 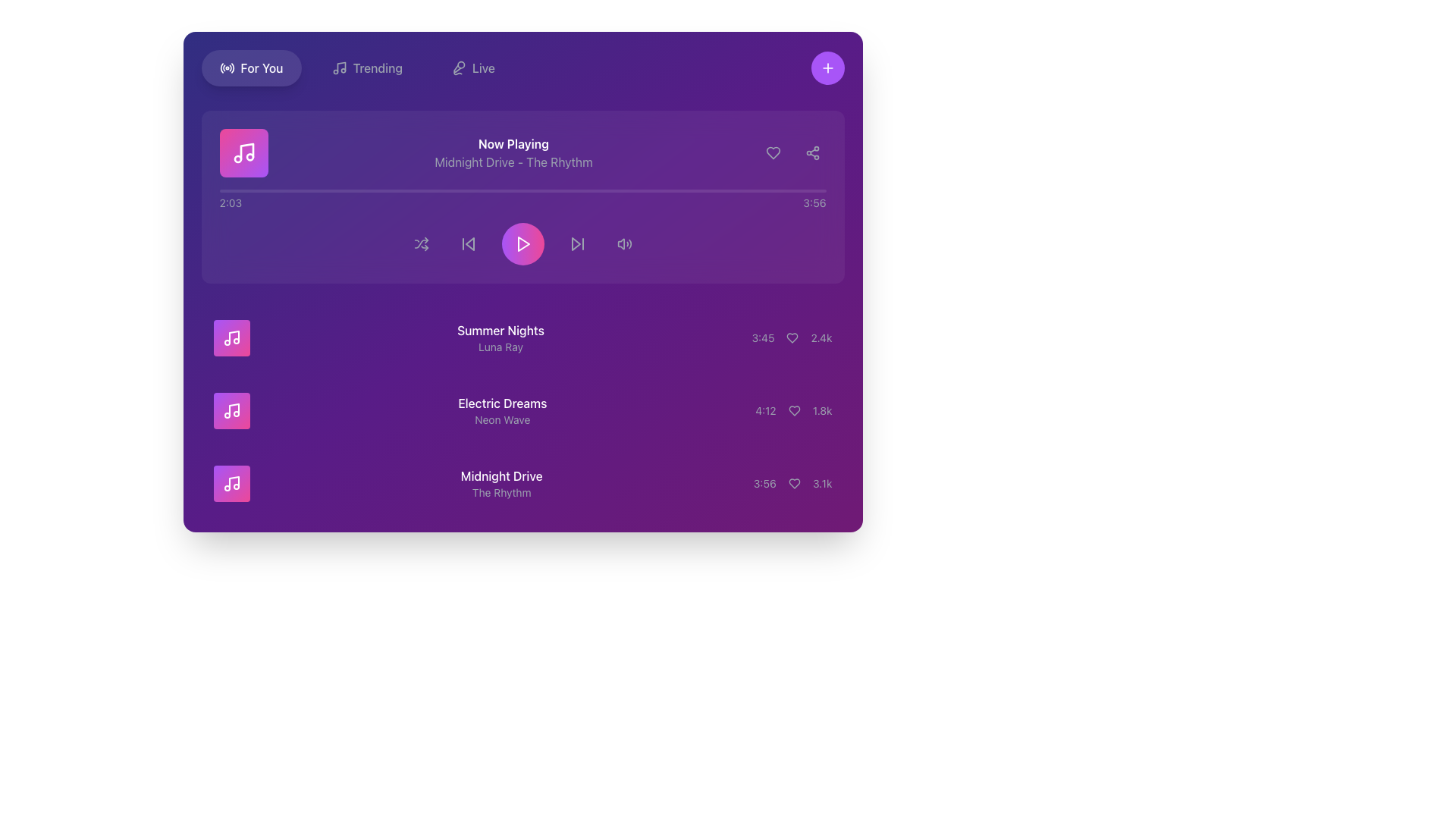 What do you see at coordinates (231, 337) in the screenshot?
I see `the visual icon representing the music track 'Summer Nights'` at bounding box center [231, 337].